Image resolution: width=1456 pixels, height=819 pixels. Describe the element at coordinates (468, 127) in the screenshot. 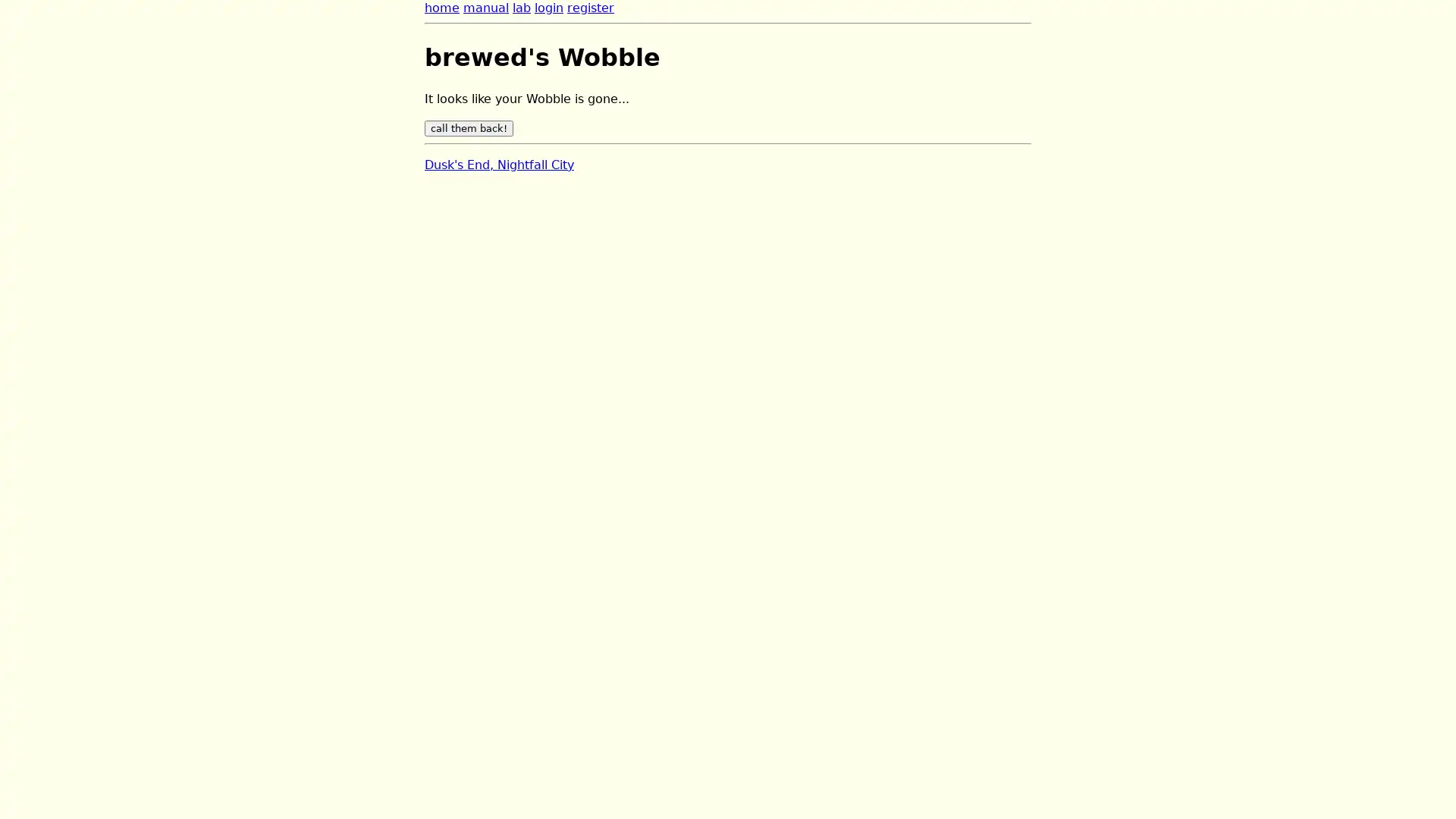

I see `call them back!` at that location.